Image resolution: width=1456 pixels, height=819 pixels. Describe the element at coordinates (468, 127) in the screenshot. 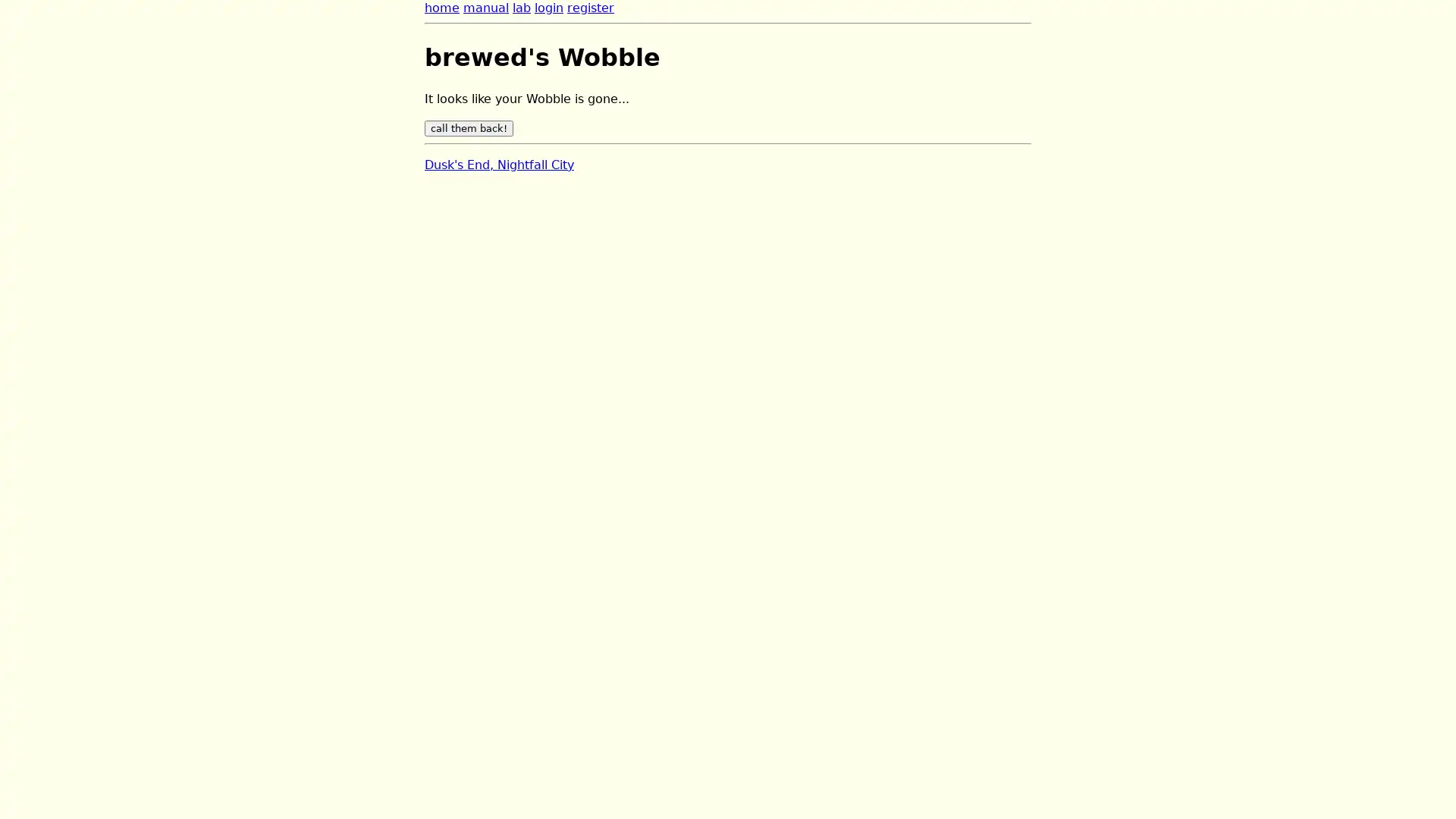

I see `call them back!` at that location.